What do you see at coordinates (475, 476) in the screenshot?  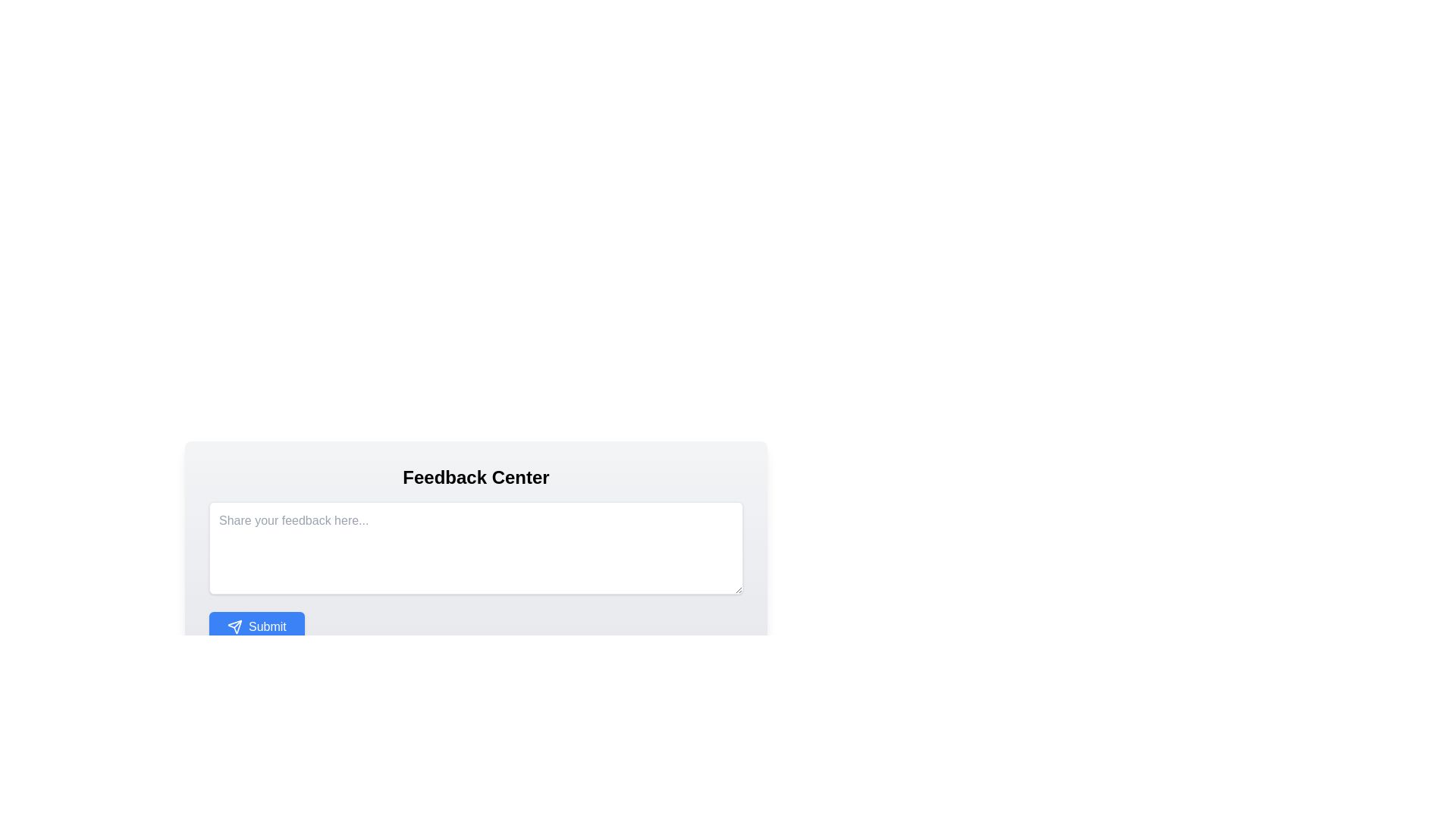 I see `the Header Text element, which serves as the title for the Feedback Center interface, positioned directly above the feedback input text box and centrally aligned` at bounding box center [475, 476].